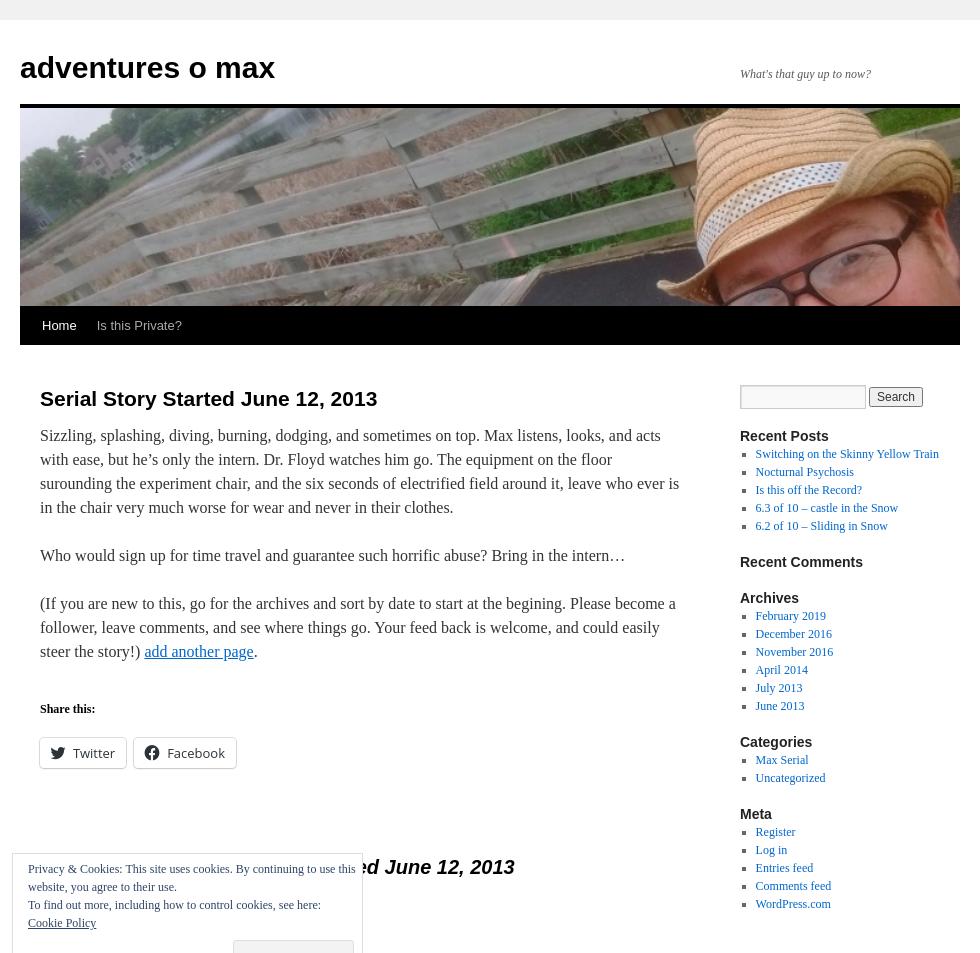 This screenshot has width=980, height=953. I want to click on 'Privacy & Cookies: This site uses cookies. By continuing to use this website, you agree to their use.', so click(191, 877).